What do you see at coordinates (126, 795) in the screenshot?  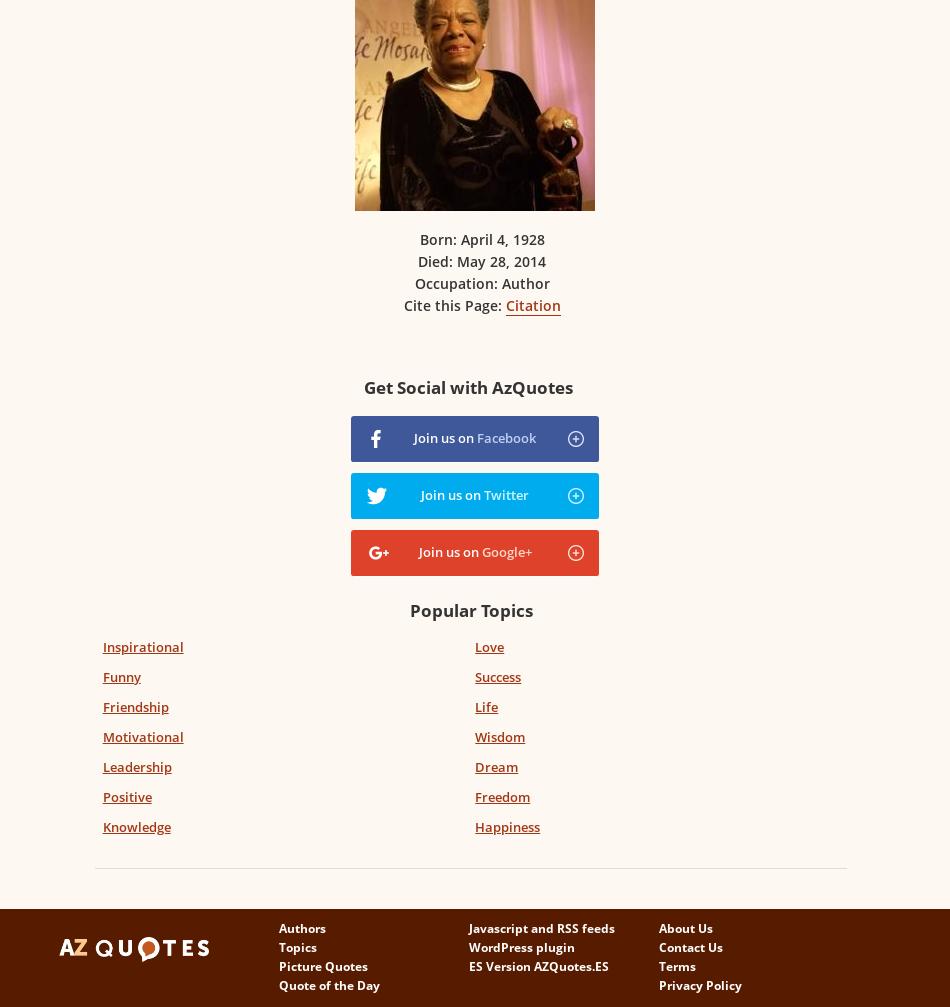 I see `'Positive'` at bounding box center [126, 795].